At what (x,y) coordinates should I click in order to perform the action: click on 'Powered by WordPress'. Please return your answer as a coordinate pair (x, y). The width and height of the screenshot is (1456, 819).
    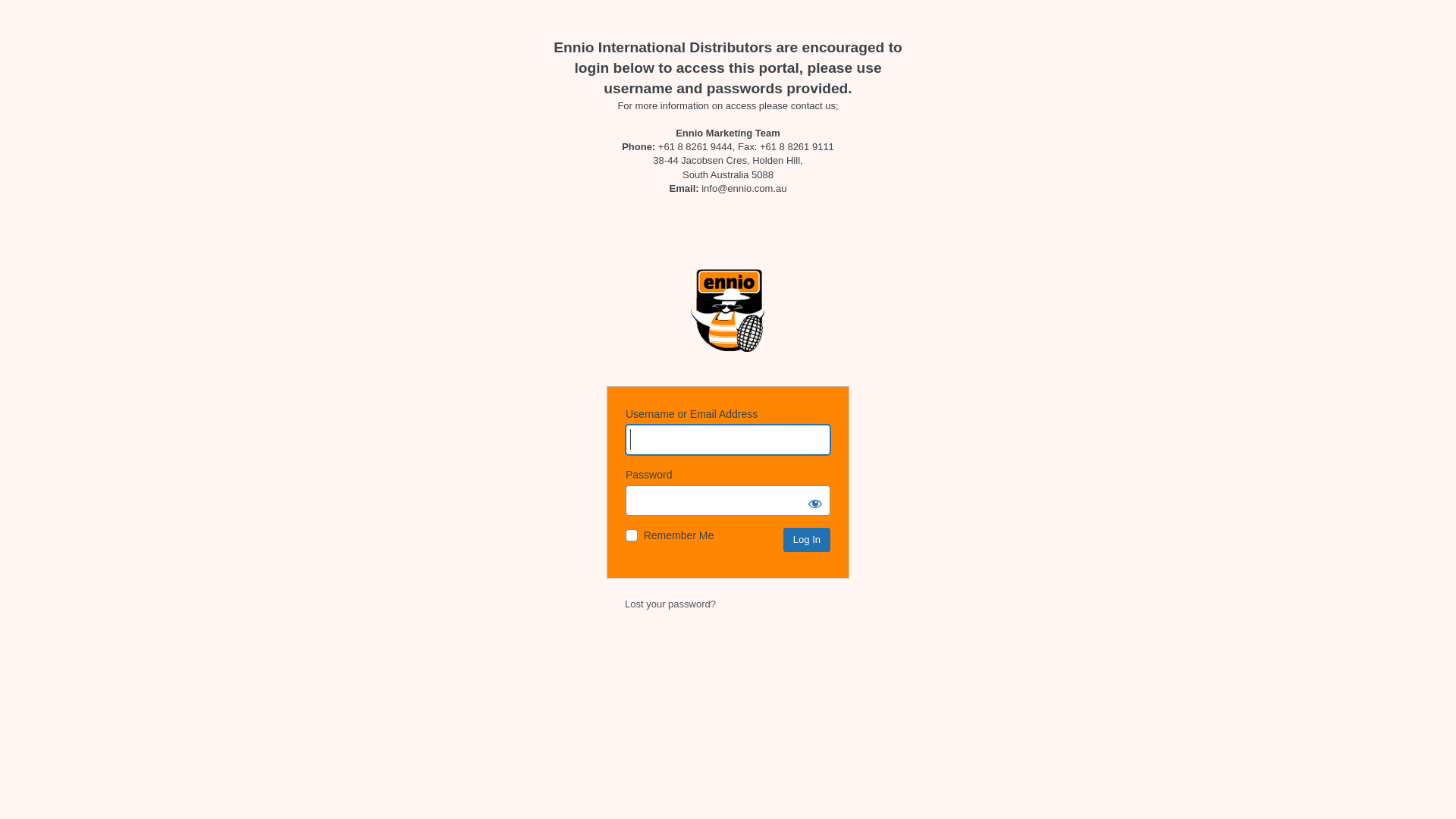
    Looking at the image, I should click on (728, 317).